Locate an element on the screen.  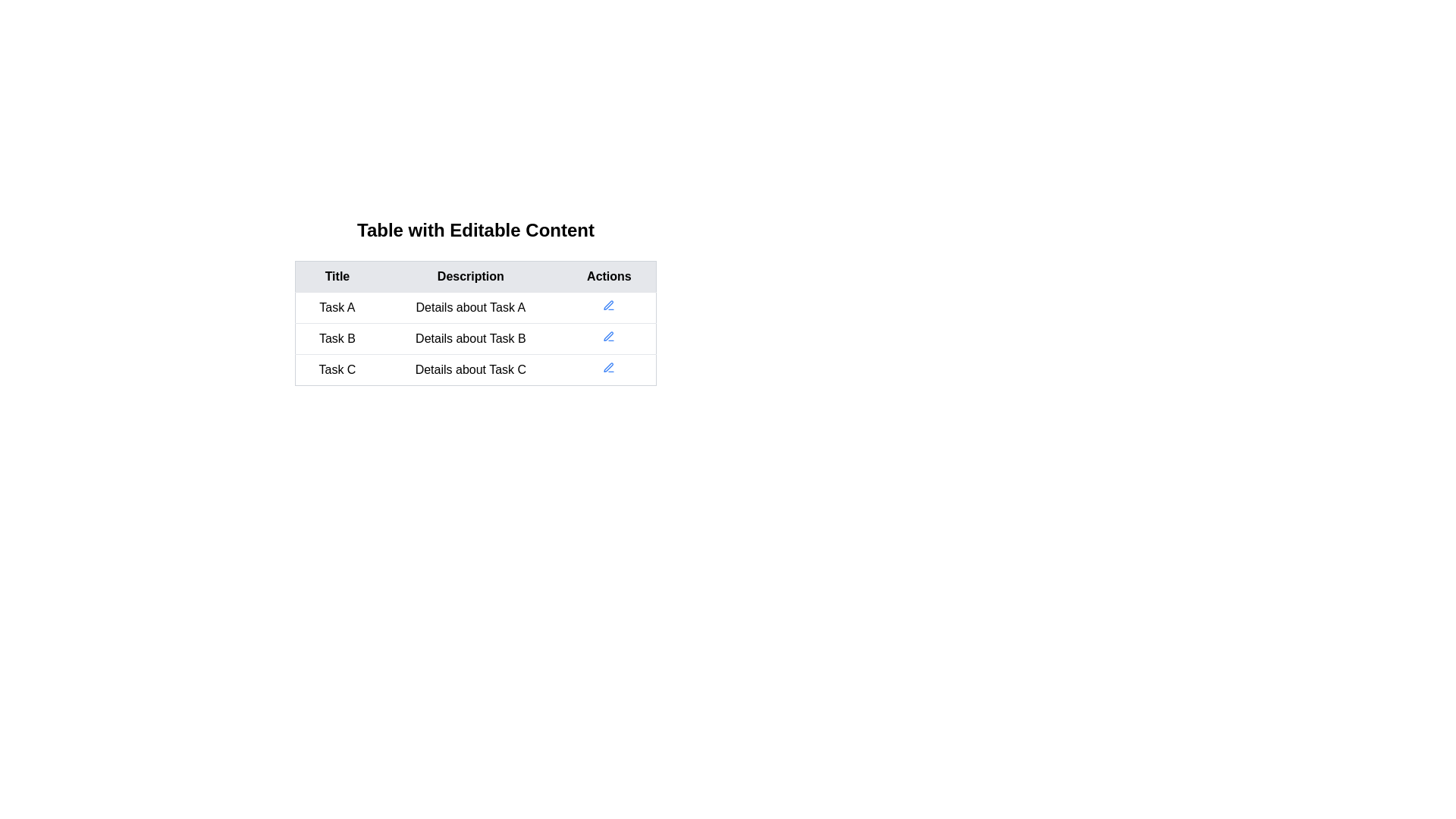
the small blue-colored pen-like icon in the 'Actions' column of the second row for 'Task B' is located at coordinates (609, 368).